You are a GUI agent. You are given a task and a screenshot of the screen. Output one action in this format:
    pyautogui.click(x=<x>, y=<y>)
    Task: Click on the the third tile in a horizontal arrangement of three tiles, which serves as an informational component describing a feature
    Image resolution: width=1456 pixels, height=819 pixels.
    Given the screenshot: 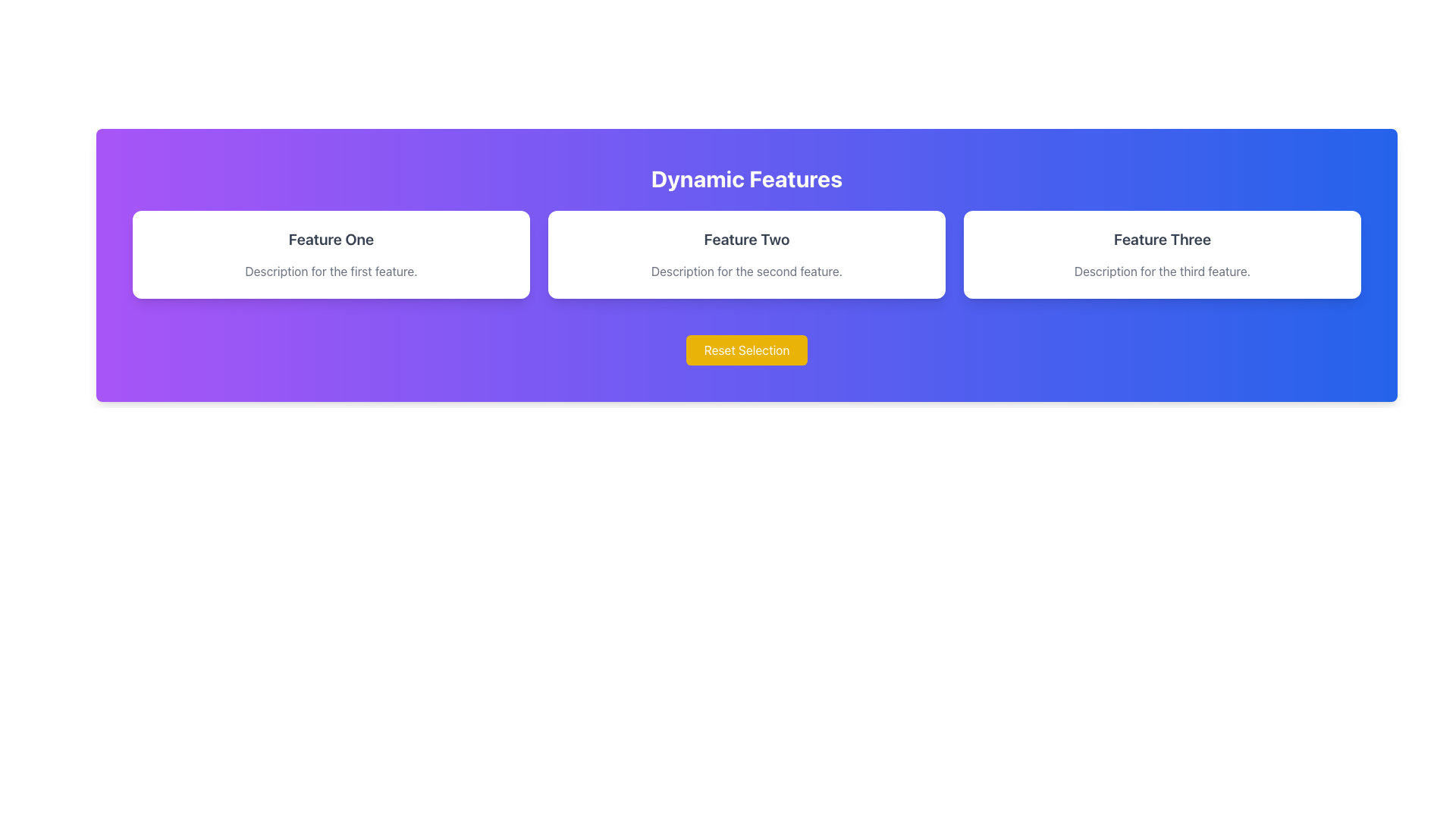 What is the action you would take?
    pyautogui.click(x=1161, y=253)
    